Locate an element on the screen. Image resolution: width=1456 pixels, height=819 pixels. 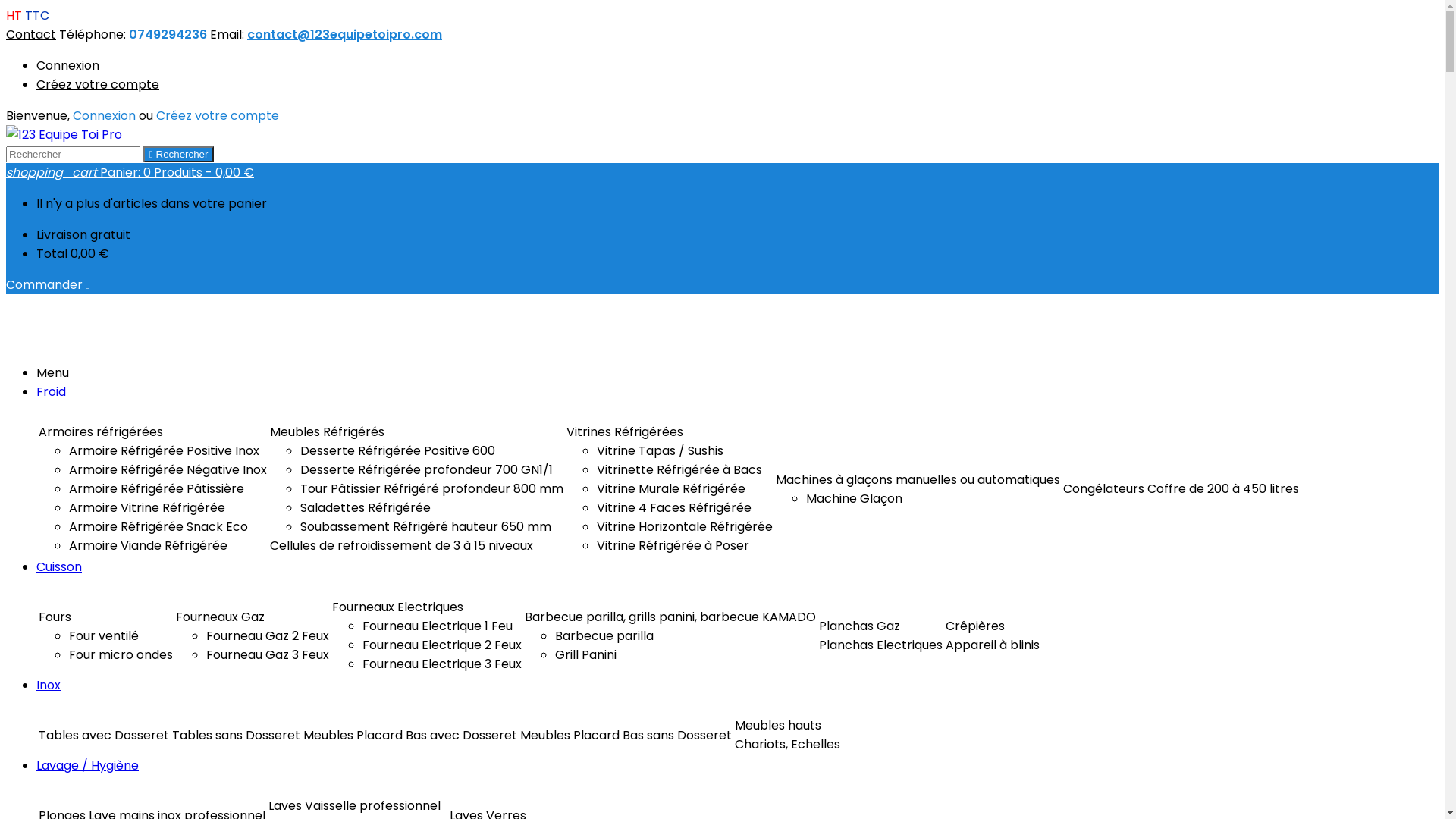
'Froid' is located at coordinates (51, 391).